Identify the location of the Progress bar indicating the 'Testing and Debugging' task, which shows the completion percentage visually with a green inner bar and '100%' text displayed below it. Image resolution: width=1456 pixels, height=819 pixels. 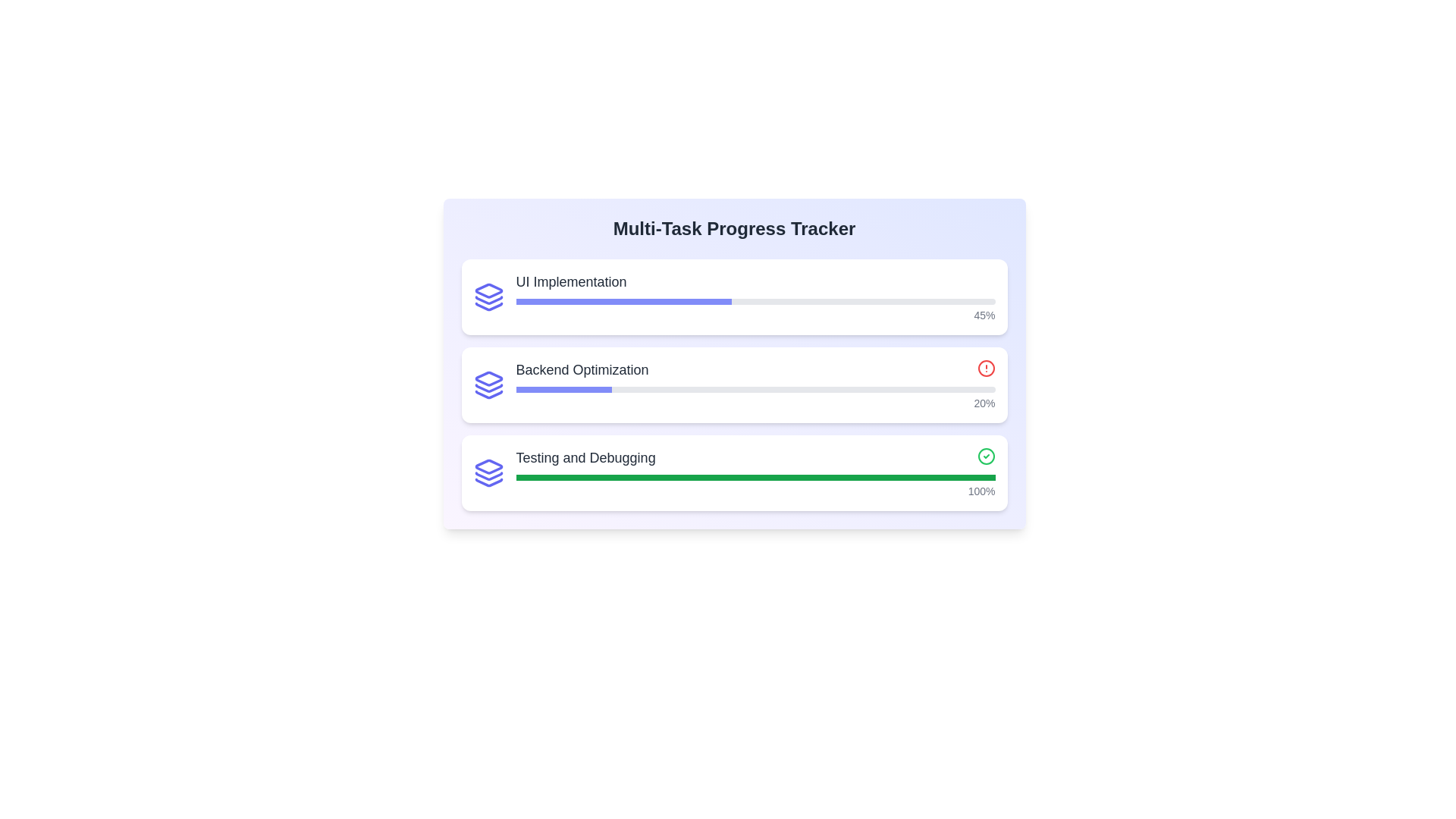
(755, 476).